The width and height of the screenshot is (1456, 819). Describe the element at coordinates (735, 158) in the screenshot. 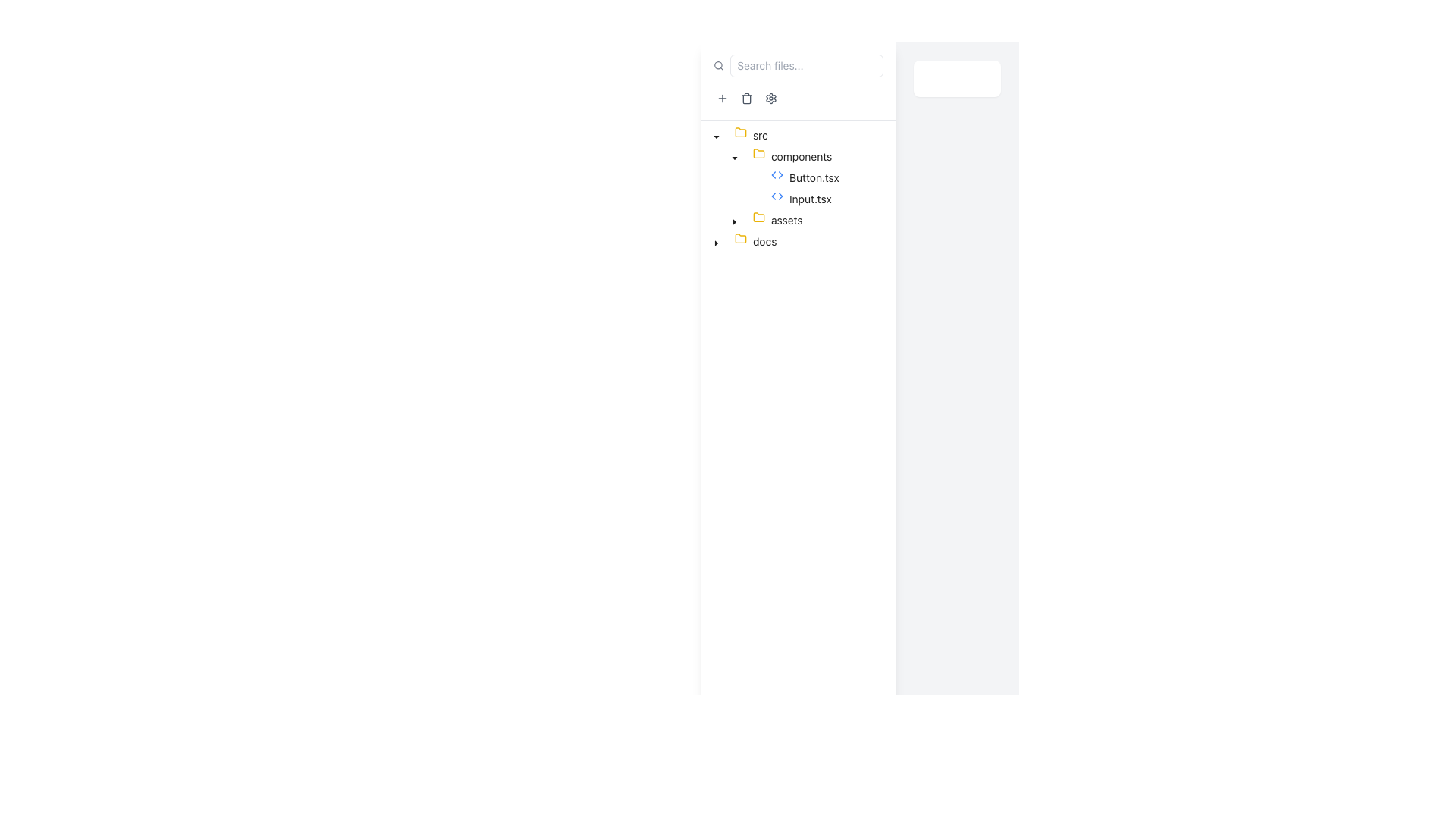

I see `the expansion icon next to the 'src' directory in the file navigation panel` at that location.